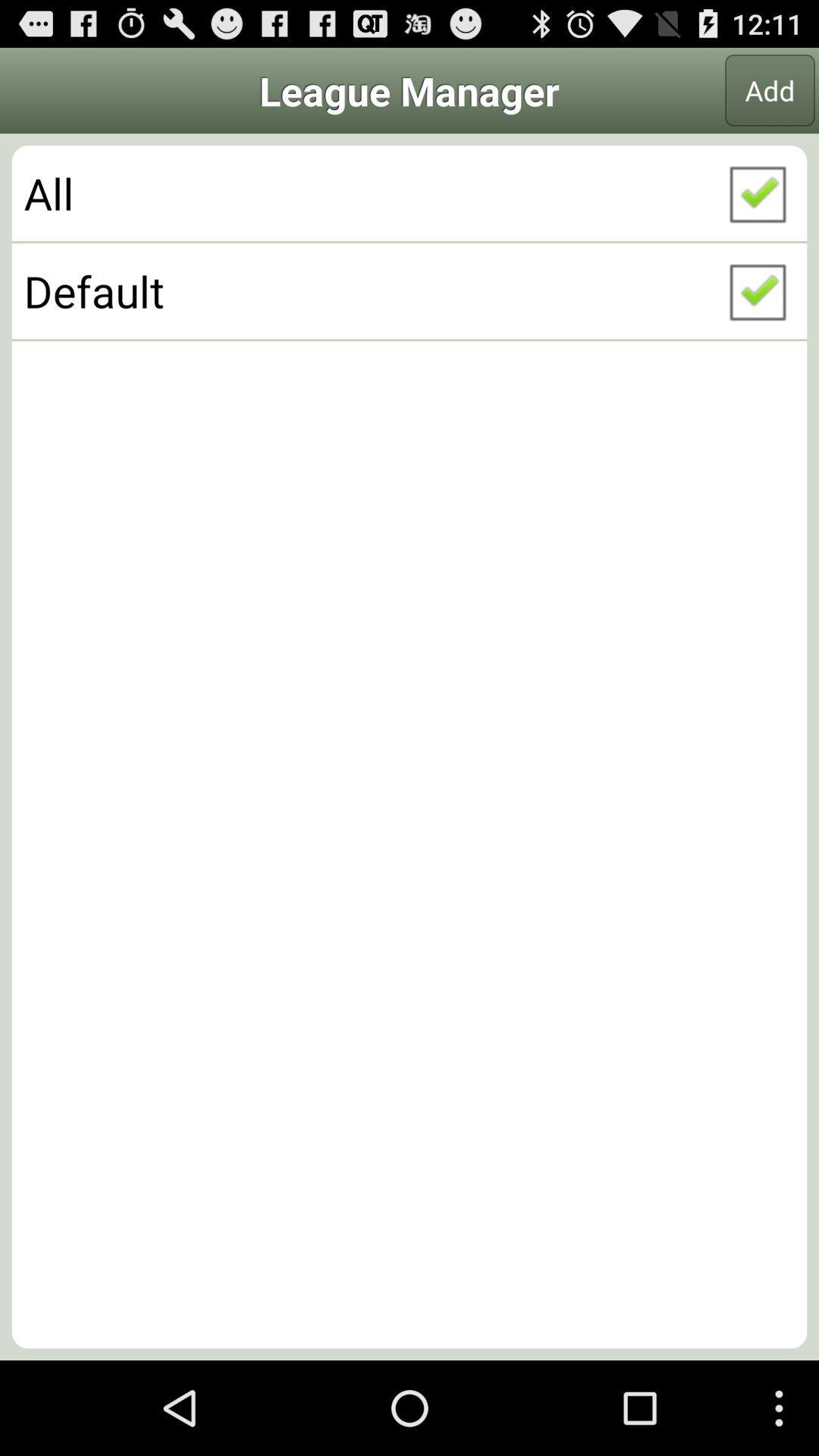 This screenshot has height=1456, width=819. What do you see at coordinates (770, 89) in the screenshot?
I see `item to the right of the league manager icon` at bounding box center [770, 89].